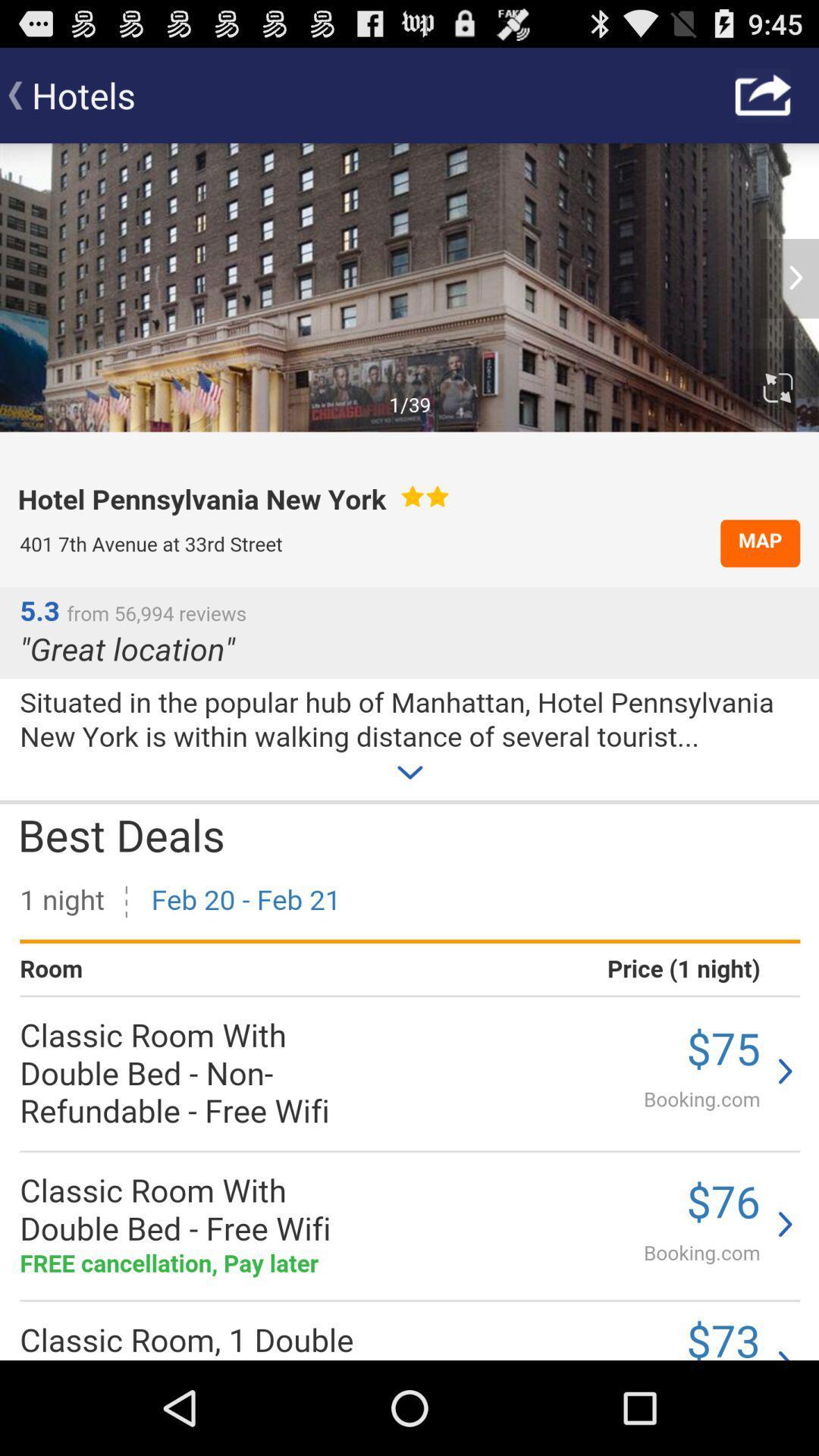 Image resolution: width=819 pixels, height=1456 pixels. I want to click on scroll through deals, so click(409, 752).